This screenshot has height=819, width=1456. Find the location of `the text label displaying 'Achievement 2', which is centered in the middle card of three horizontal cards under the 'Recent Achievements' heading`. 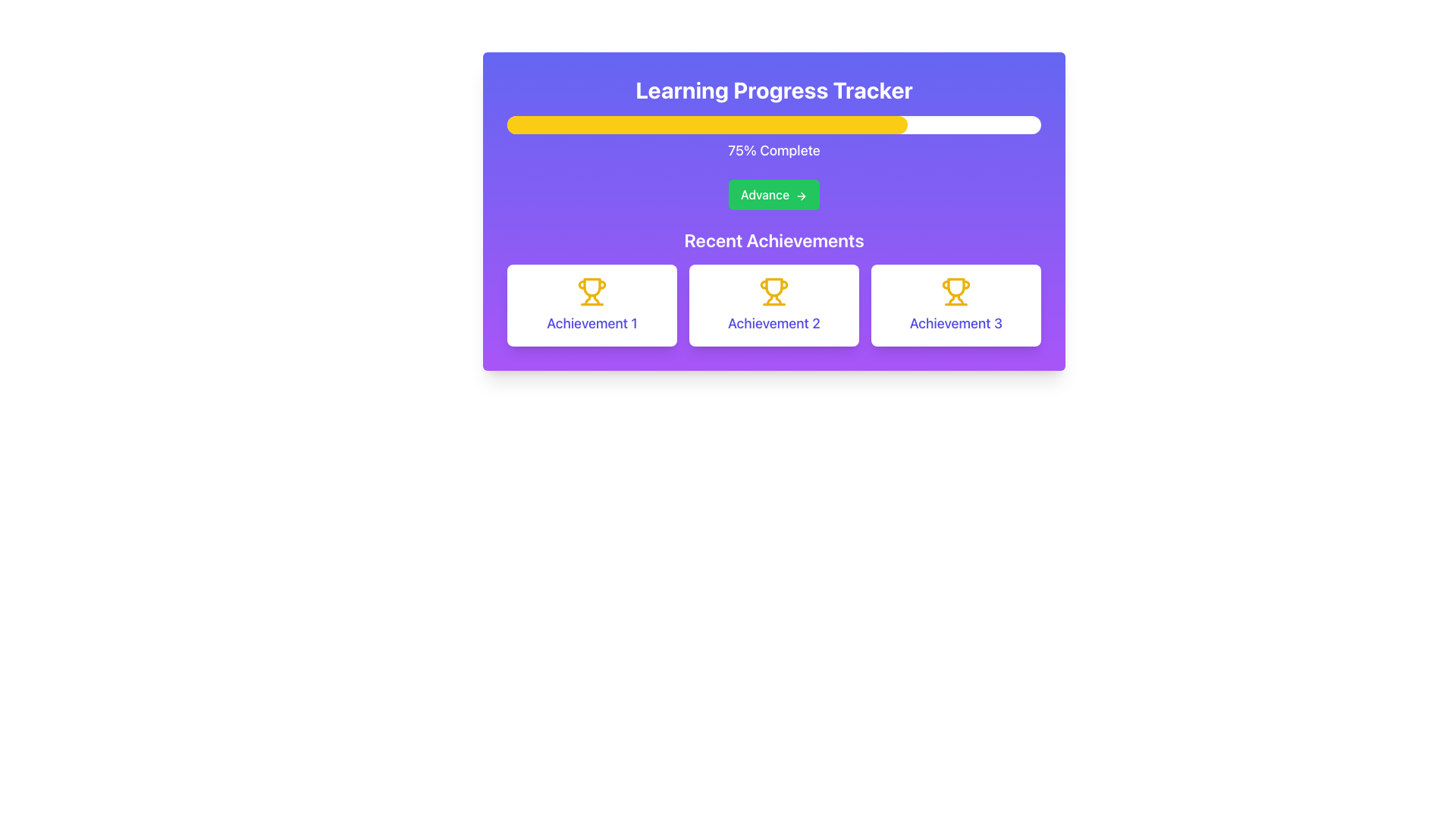

the text label displaying 'Achievement 2', which is centered in the middle card of three horizontal cards under the 'Recent Achievements' heading is located at coordinates (774, 323).